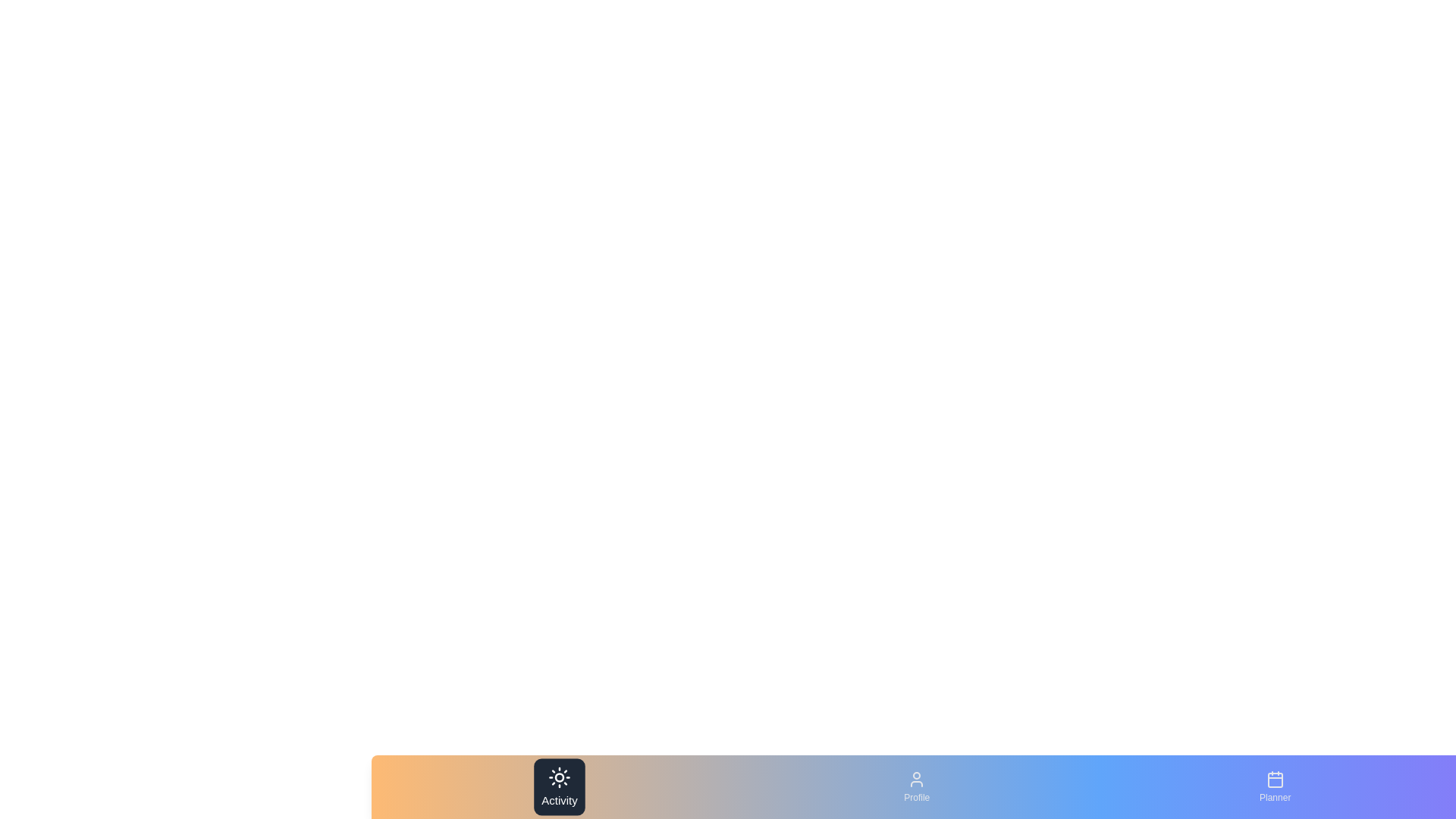 Image resolution: width=1456 pixels, height=819 pixels. Describe the element at coordinates (916, 786) in the screenshot. I see `the tab labeled Profile` at that location.